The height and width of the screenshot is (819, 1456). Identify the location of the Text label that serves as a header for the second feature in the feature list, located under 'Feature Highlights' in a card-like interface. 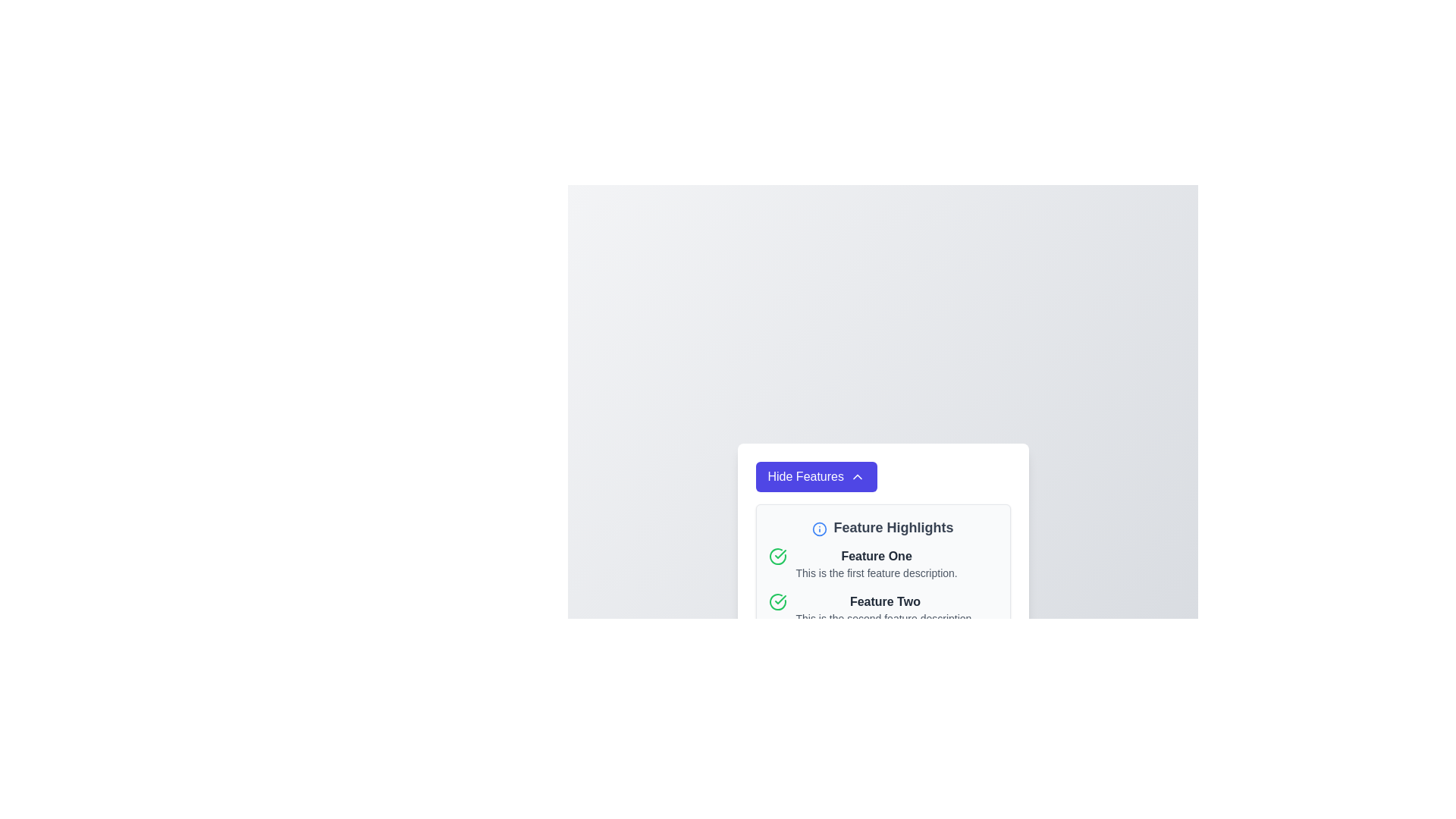
(885, 601).